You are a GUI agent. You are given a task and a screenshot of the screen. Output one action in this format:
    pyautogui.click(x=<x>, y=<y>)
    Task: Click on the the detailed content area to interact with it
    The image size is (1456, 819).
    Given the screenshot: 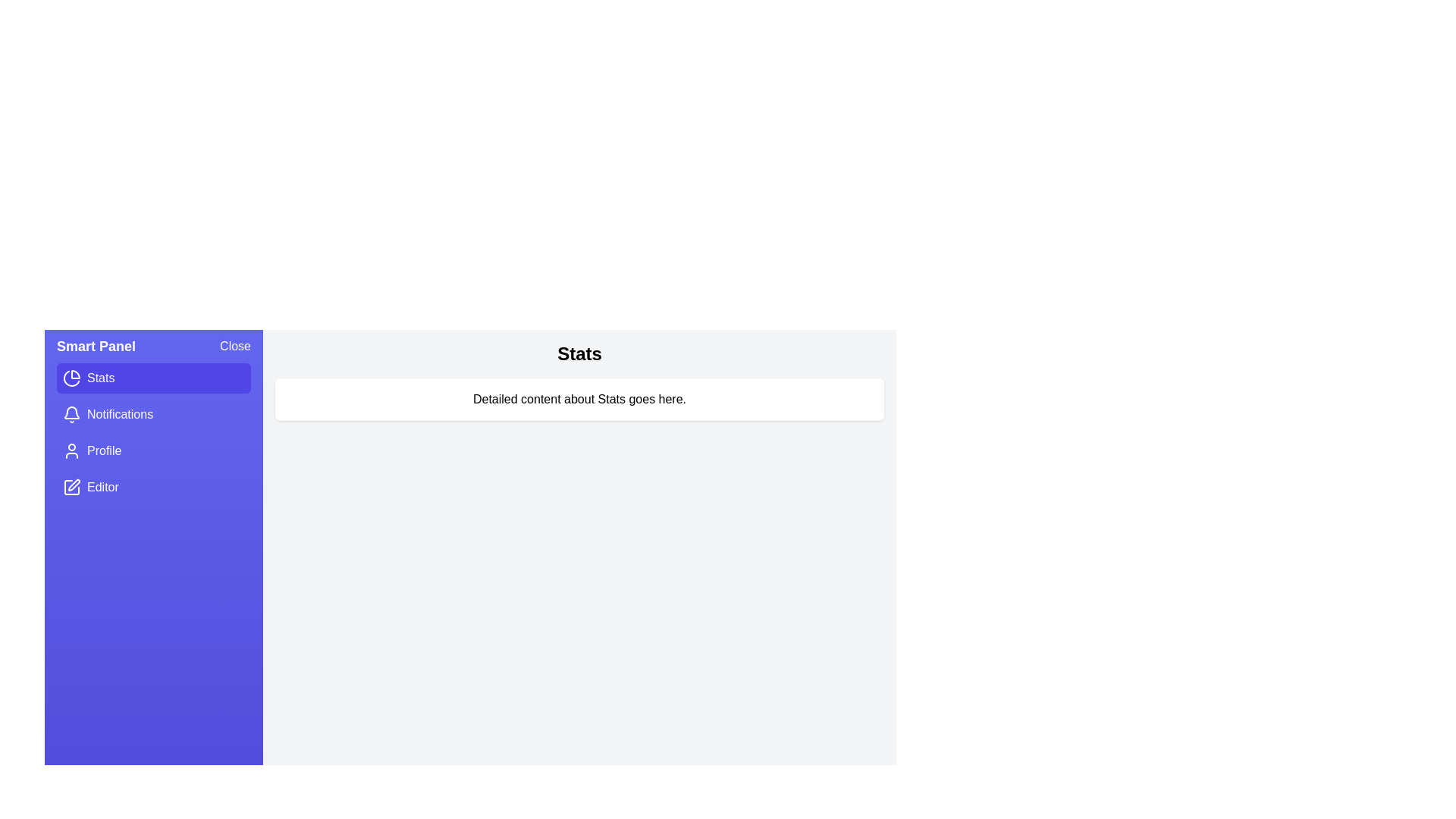 What is the action you would take?
    pyautogui.click(x=579, y=399)
    